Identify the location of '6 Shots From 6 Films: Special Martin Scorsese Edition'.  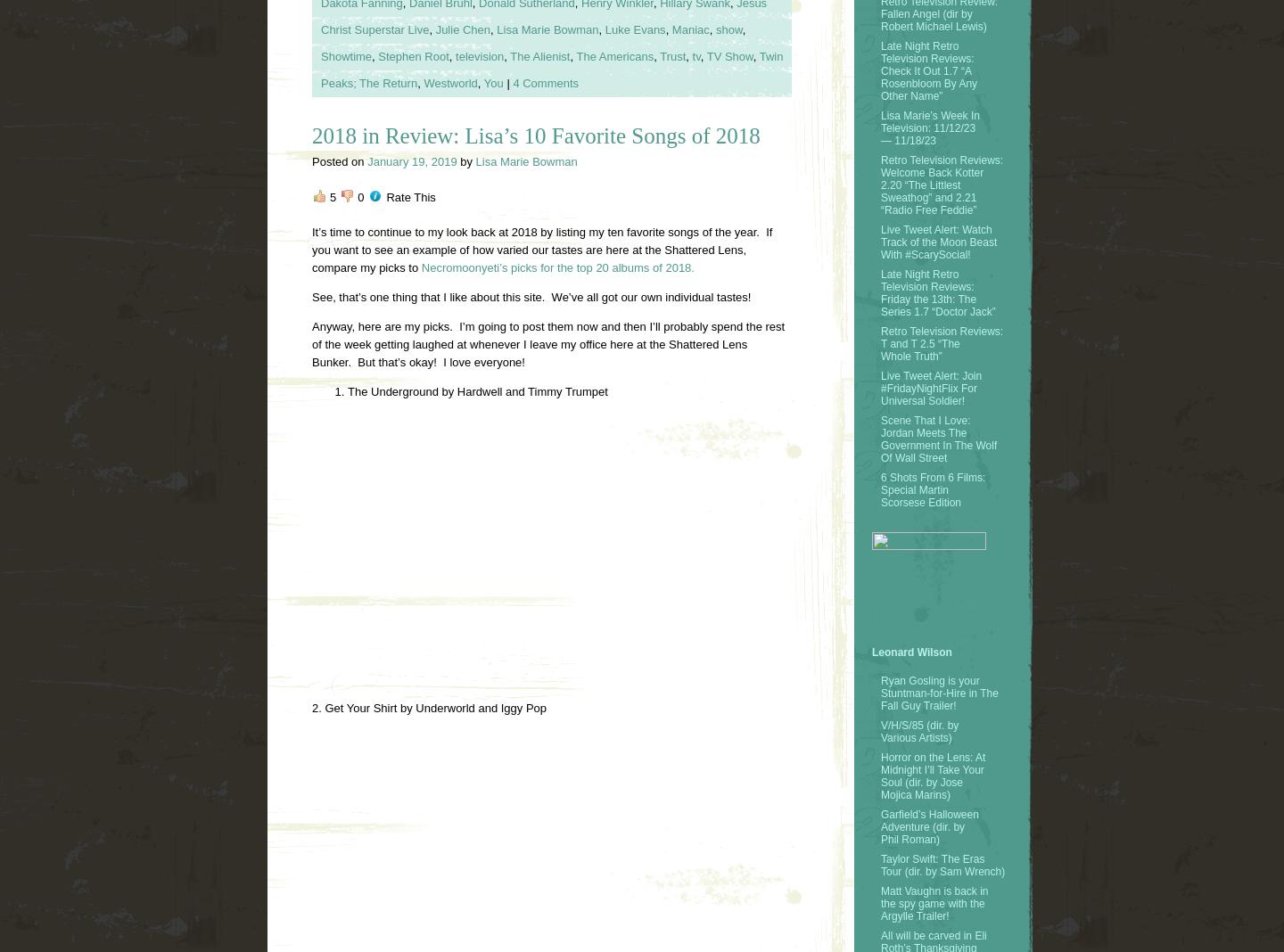
(933, 488).